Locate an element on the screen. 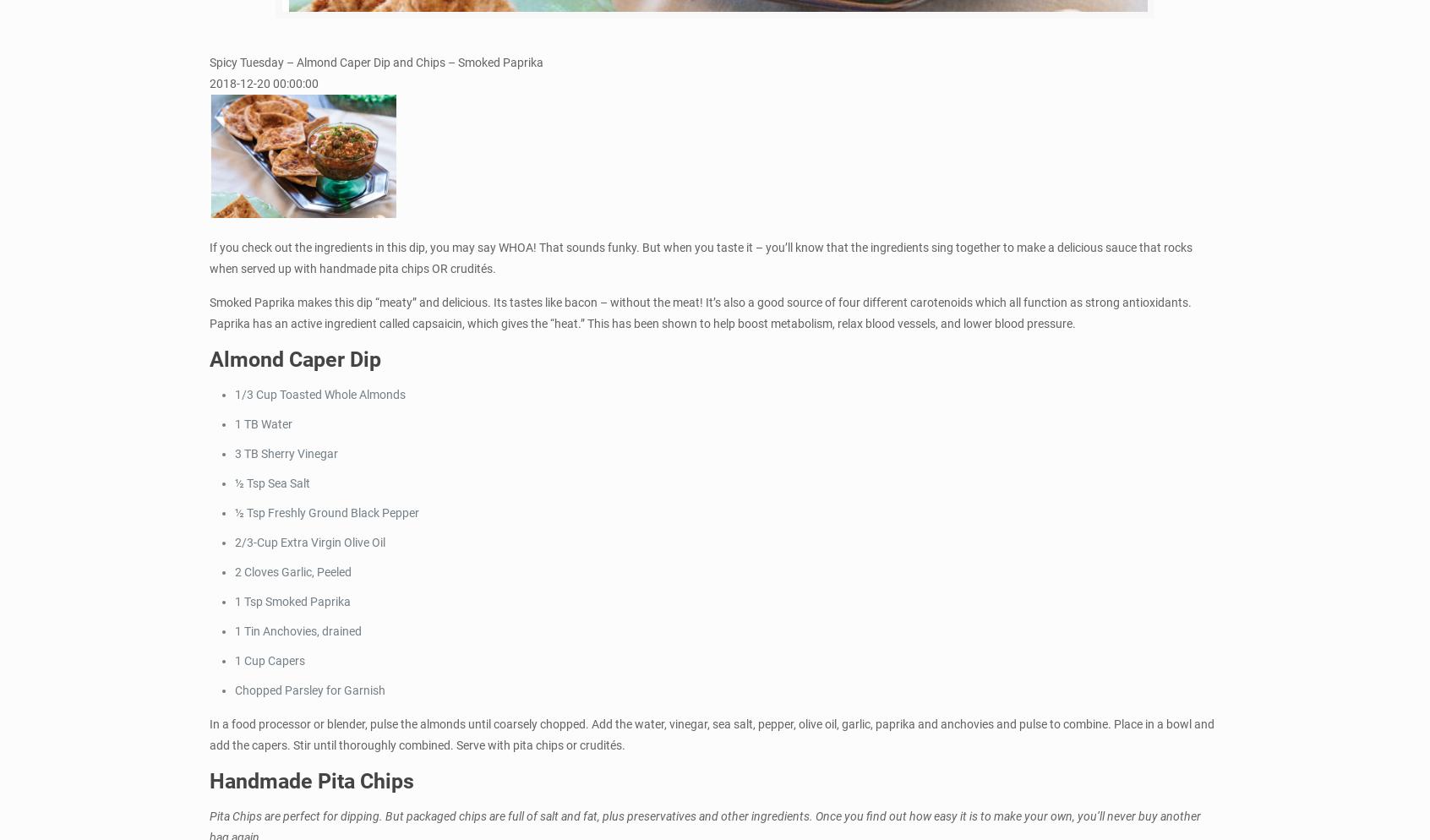 Image resolution: width=1430 pixels, height=840 pixels. '2/3-Cup Extra Virgin Olive Oil' is located at coordinates (309, 542).